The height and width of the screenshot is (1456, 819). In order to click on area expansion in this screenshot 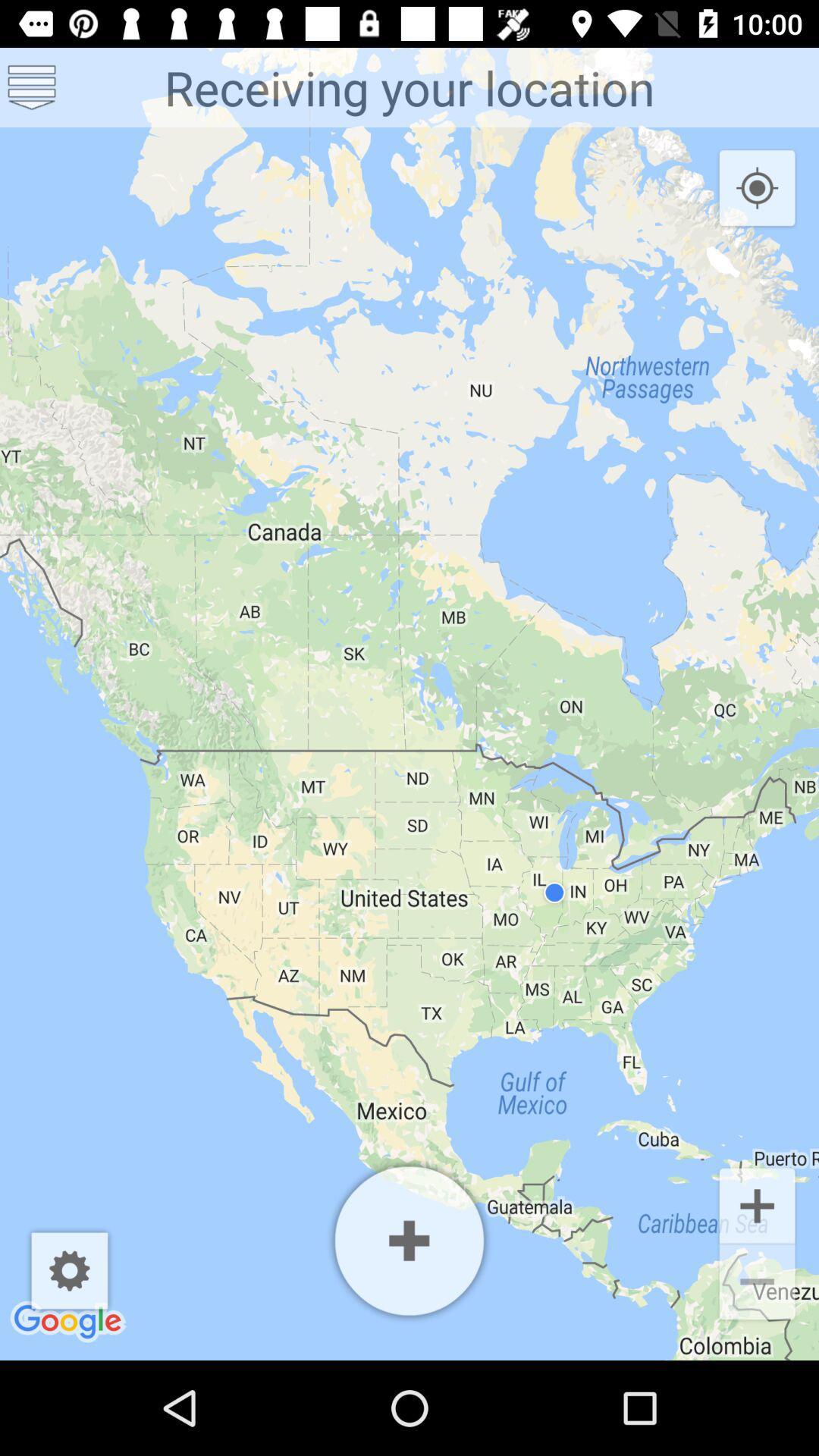, I will do `click(409, 1241)`.